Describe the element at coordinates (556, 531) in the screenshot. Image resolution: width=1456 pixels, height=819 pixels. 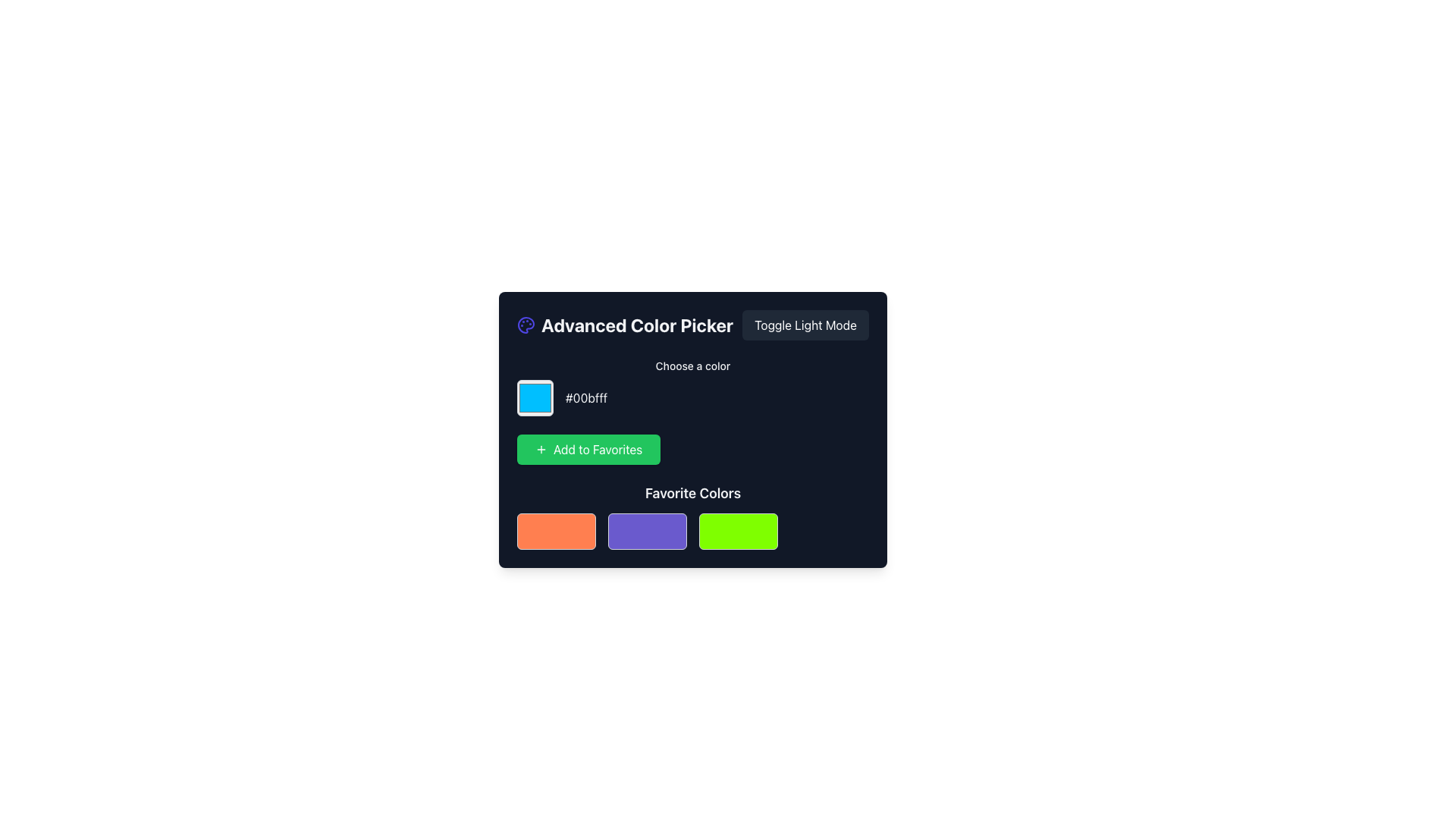
I see `the vibrant orange color tile, which is the first tile in a row of four under the 'Favorite Colors' section` at that location.